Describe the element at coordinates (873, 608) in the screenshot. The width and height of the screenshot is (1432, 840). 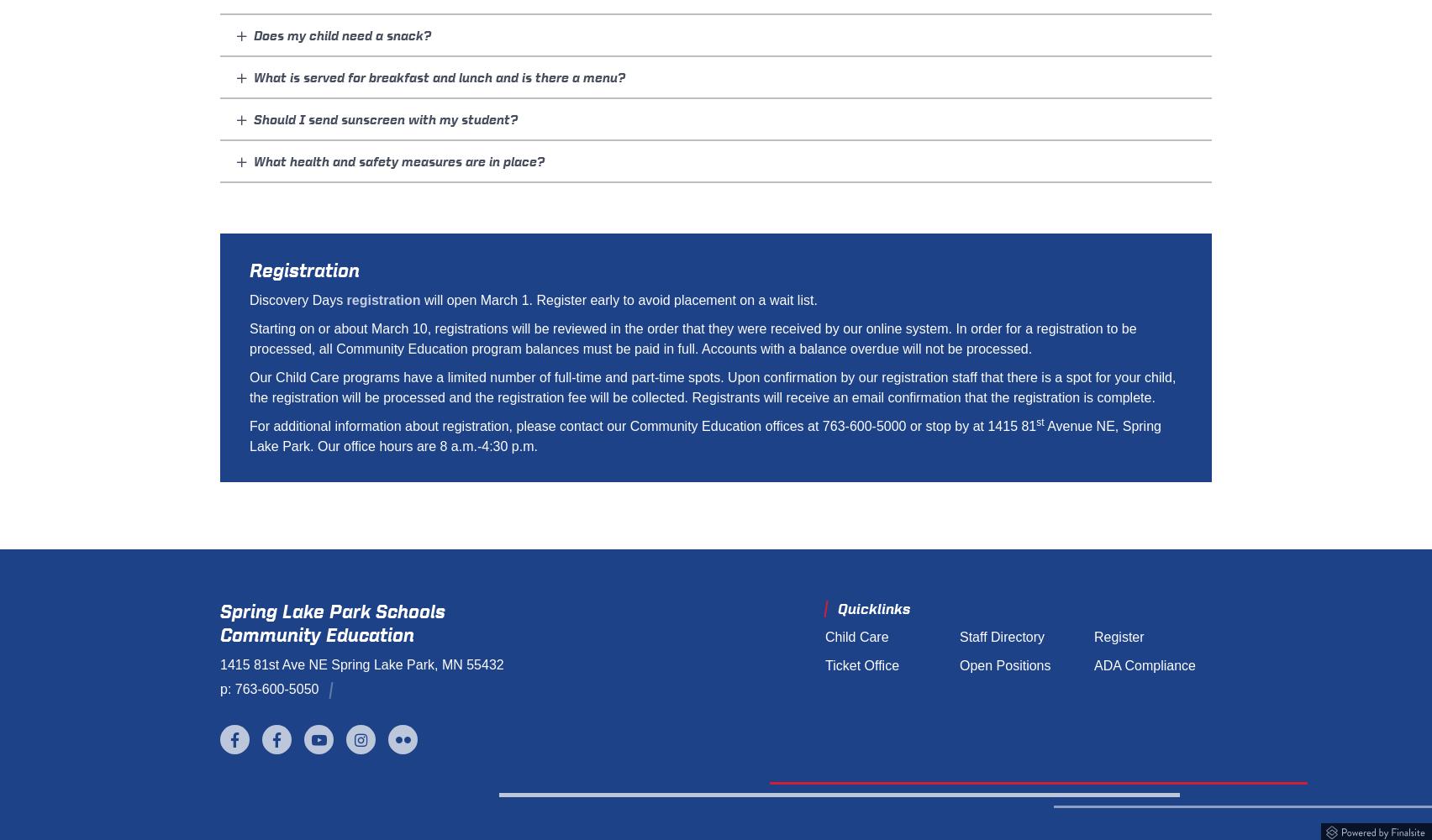
I see `'Quicklinks'` at that location.